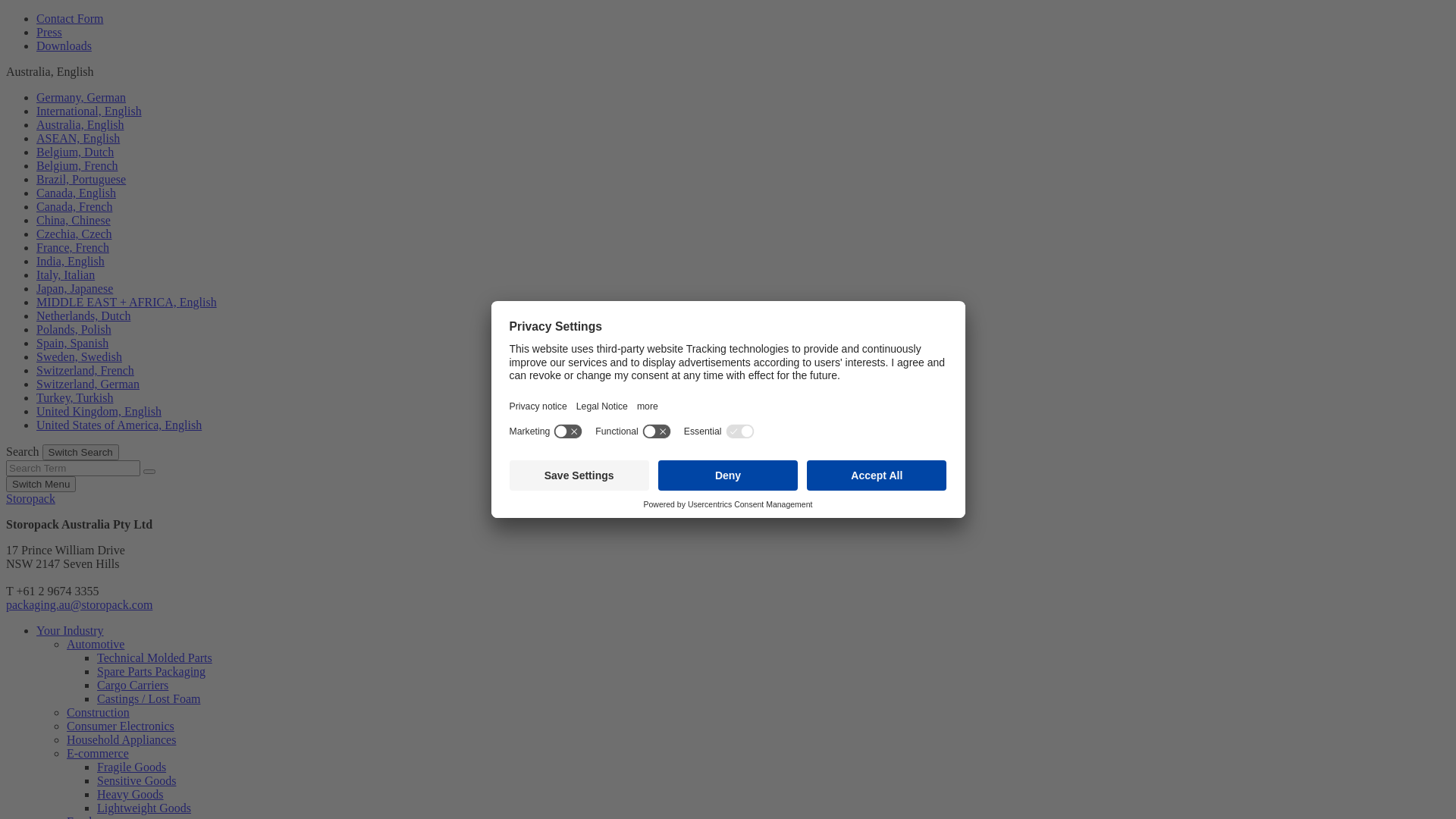  What do you see at coordinates (80, 178) in the screenshot?
I see `'Brazil, Portuguese'` at bounding box center [80, 178].